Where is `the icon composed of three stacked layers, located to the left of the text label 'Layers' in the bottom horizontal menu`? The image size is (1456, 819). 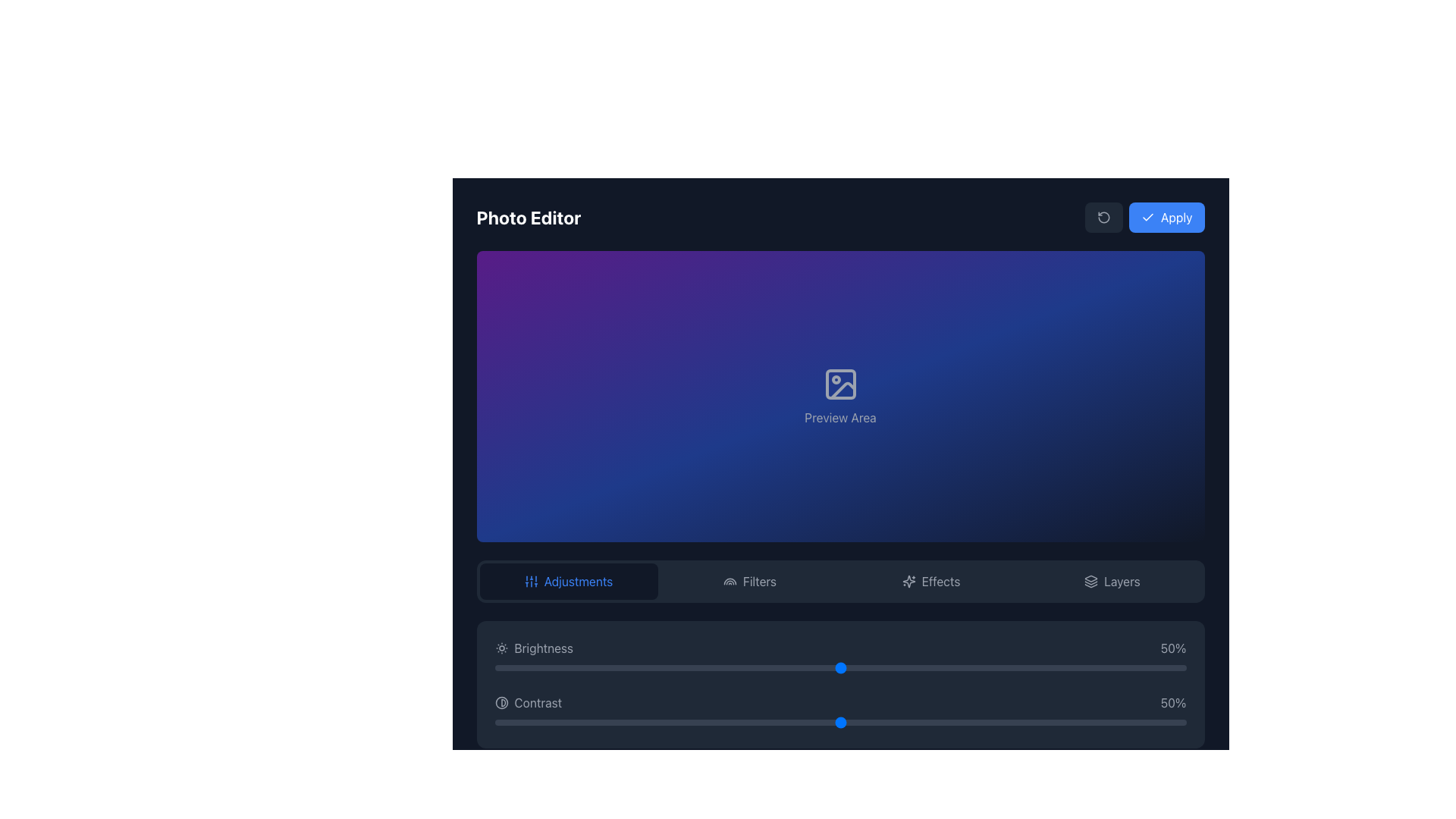
the icon composed of three stacked layers, located to the left of the text label 'Layers' in the bottom horizontal menu is located at coordinates (1090, 581).